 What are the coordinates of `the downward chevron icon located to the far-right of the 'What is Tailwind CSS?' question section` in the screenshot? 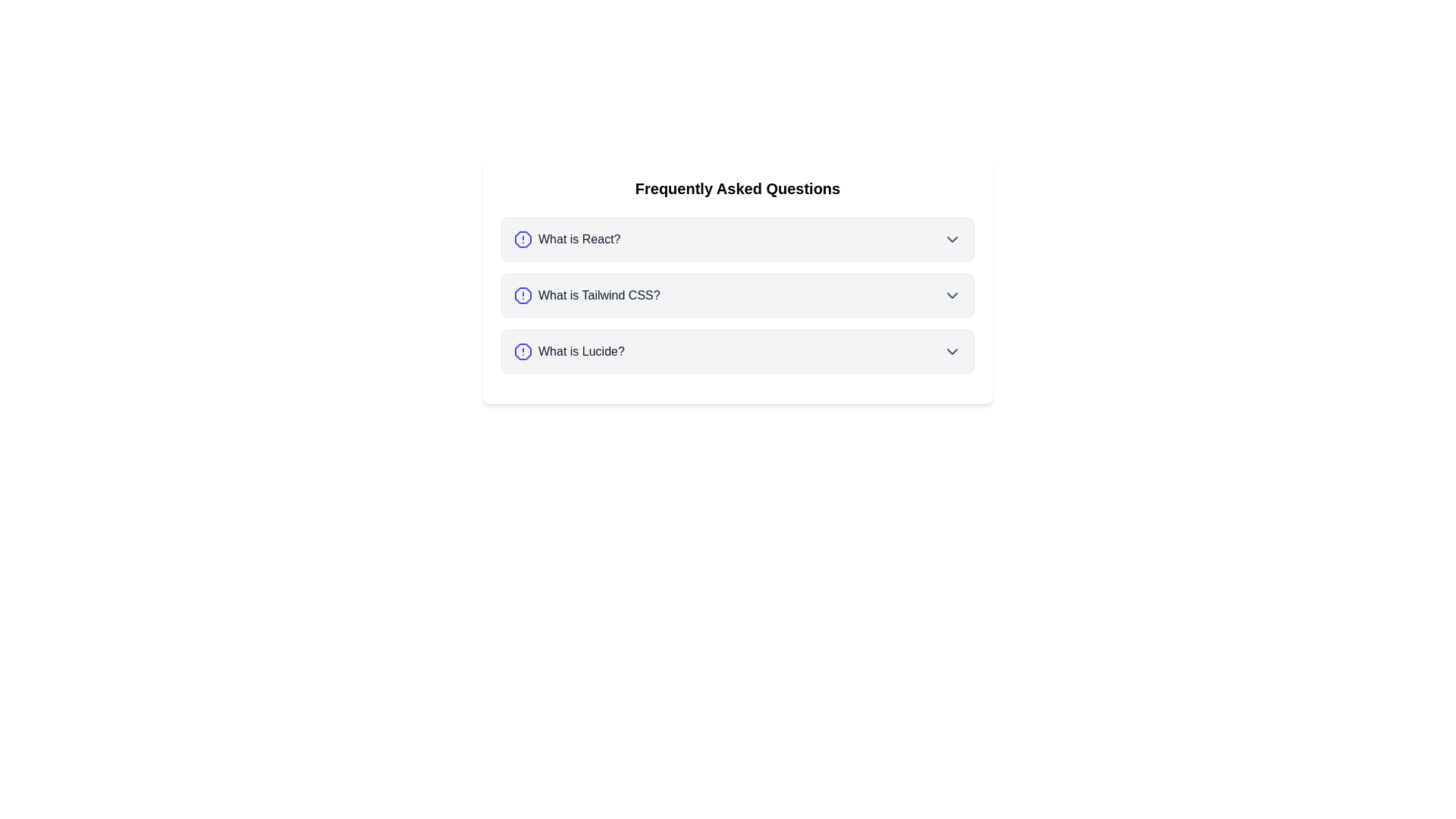 It's located at (952, 295).